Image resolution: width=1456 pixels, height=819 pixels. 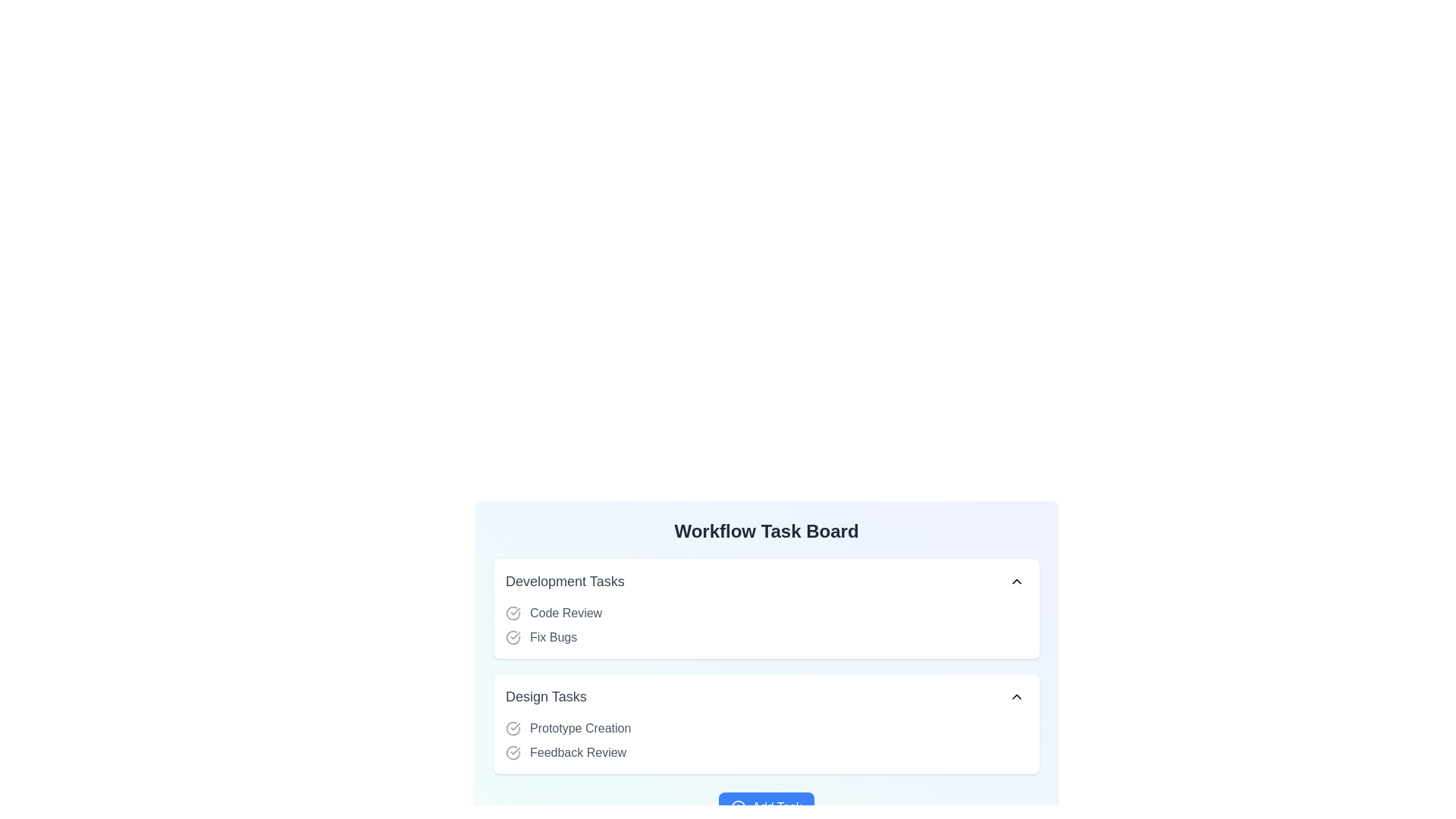 I want to click on the 'Code Review' text label UI component, which describes a task under the 'Development Tasks' category and is positioned next to a circular check icon, so click(x=565, y=613).